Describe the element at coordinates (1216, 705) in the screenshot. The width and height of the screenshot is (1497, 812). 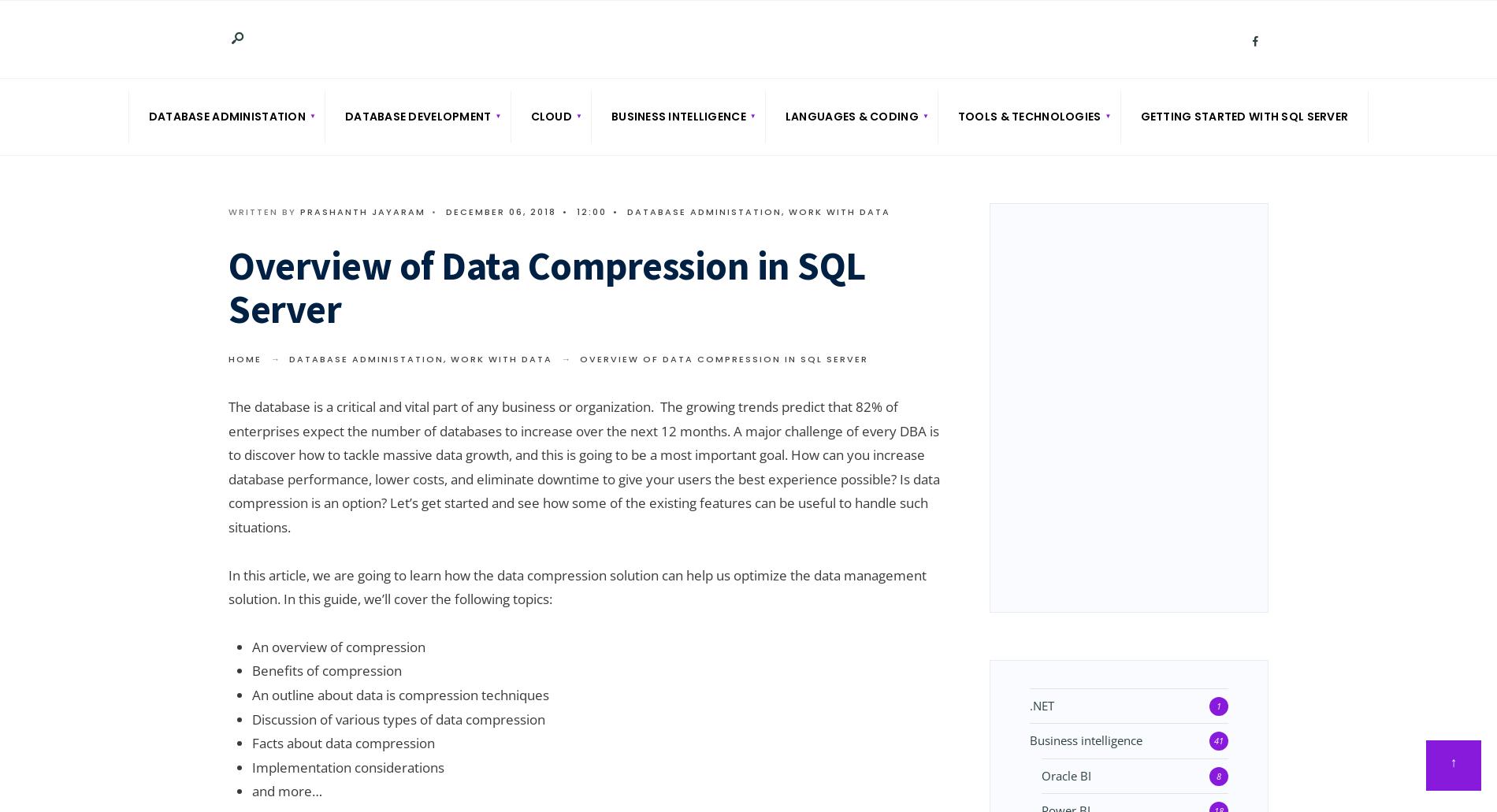
I see `'1'` at that location.